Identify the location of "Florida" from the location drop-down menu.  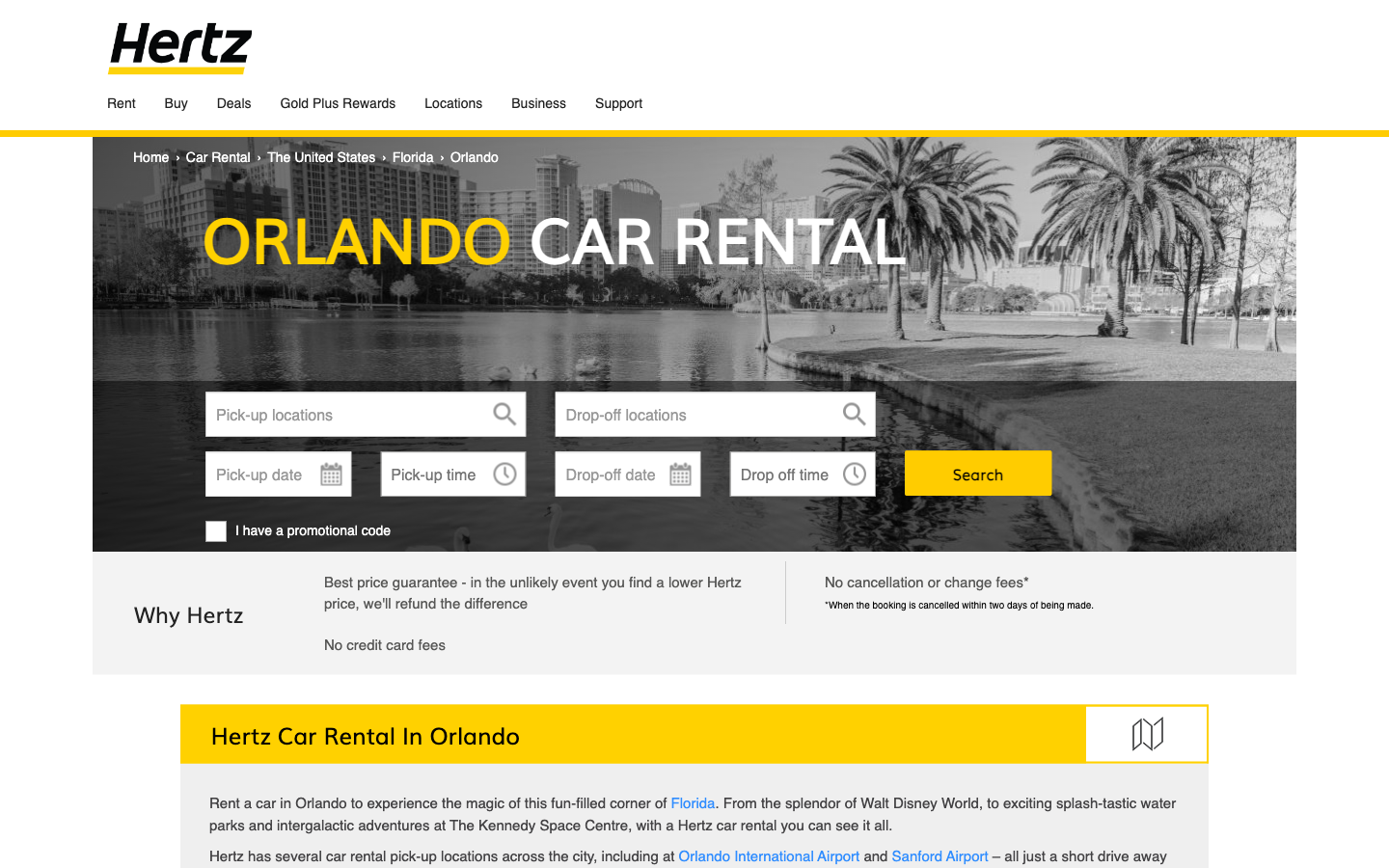
(365, 414).